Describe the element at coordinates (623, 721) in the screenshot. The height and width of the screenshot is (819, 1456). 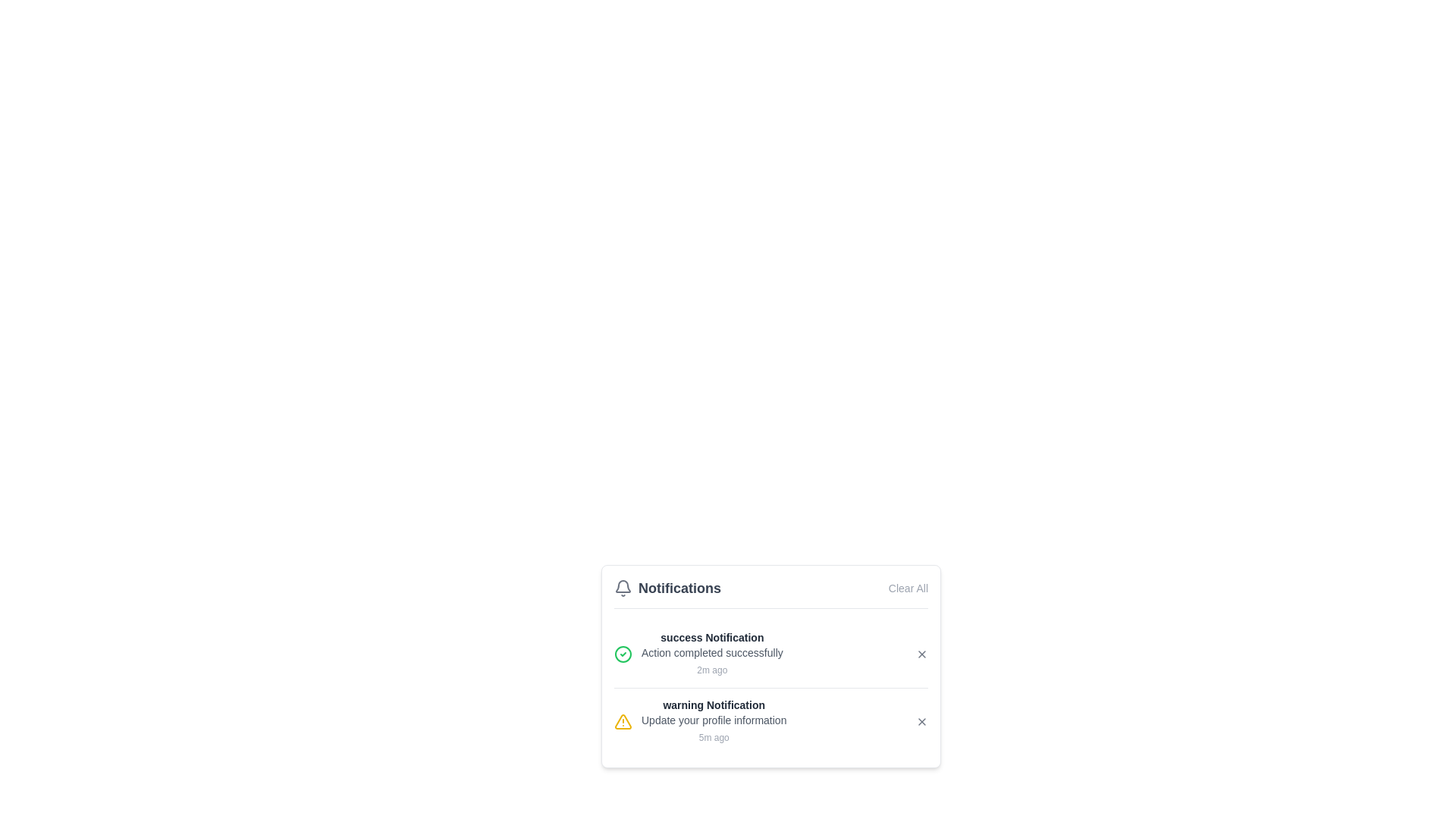
I see `the warning notification item associated with the triangular icon that has a yellow border and an exclamation mark inside it, indicating a warning or alert` at that location.